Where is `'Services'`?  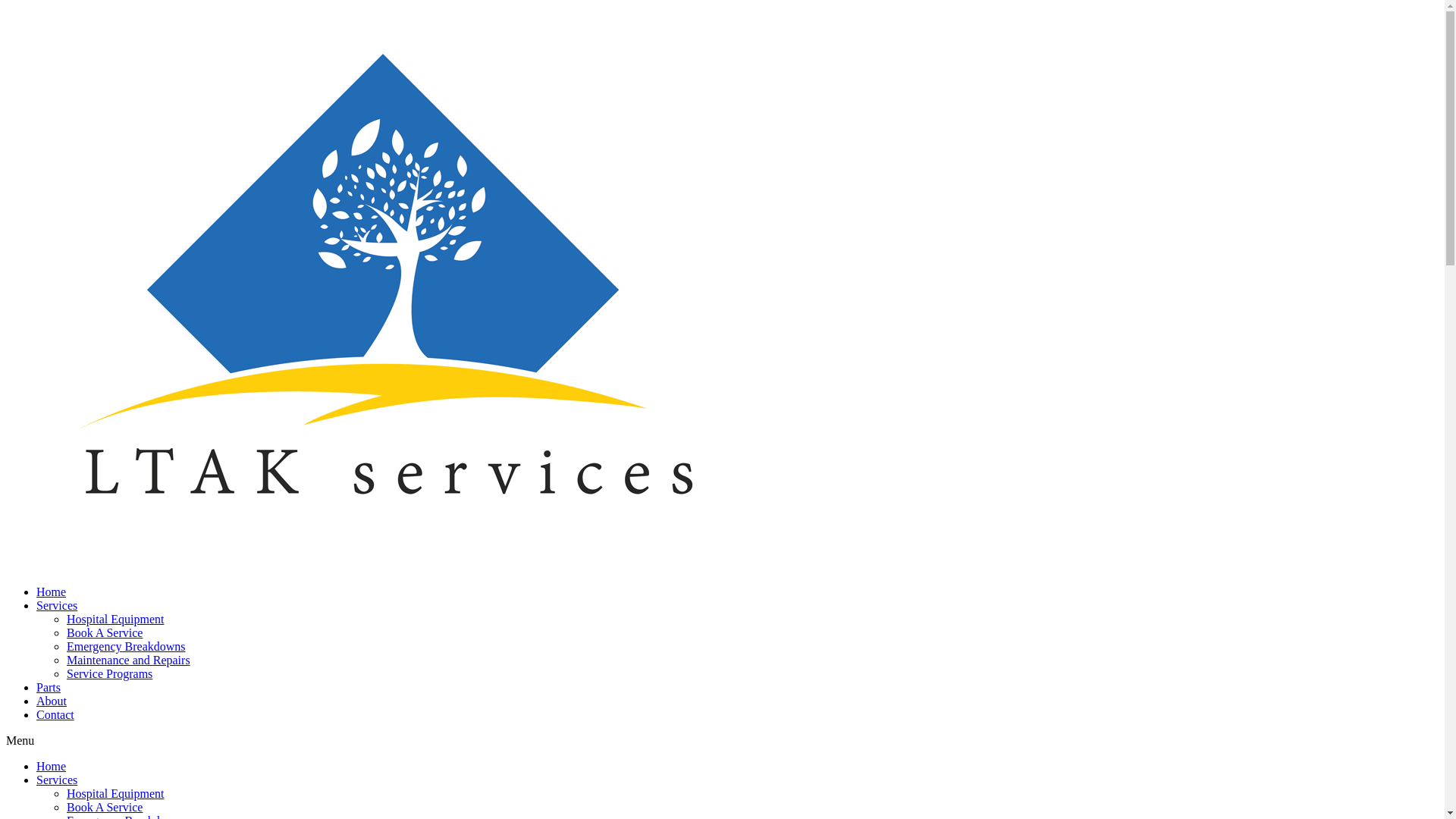 'Services' is located at coordinates (57, 780).